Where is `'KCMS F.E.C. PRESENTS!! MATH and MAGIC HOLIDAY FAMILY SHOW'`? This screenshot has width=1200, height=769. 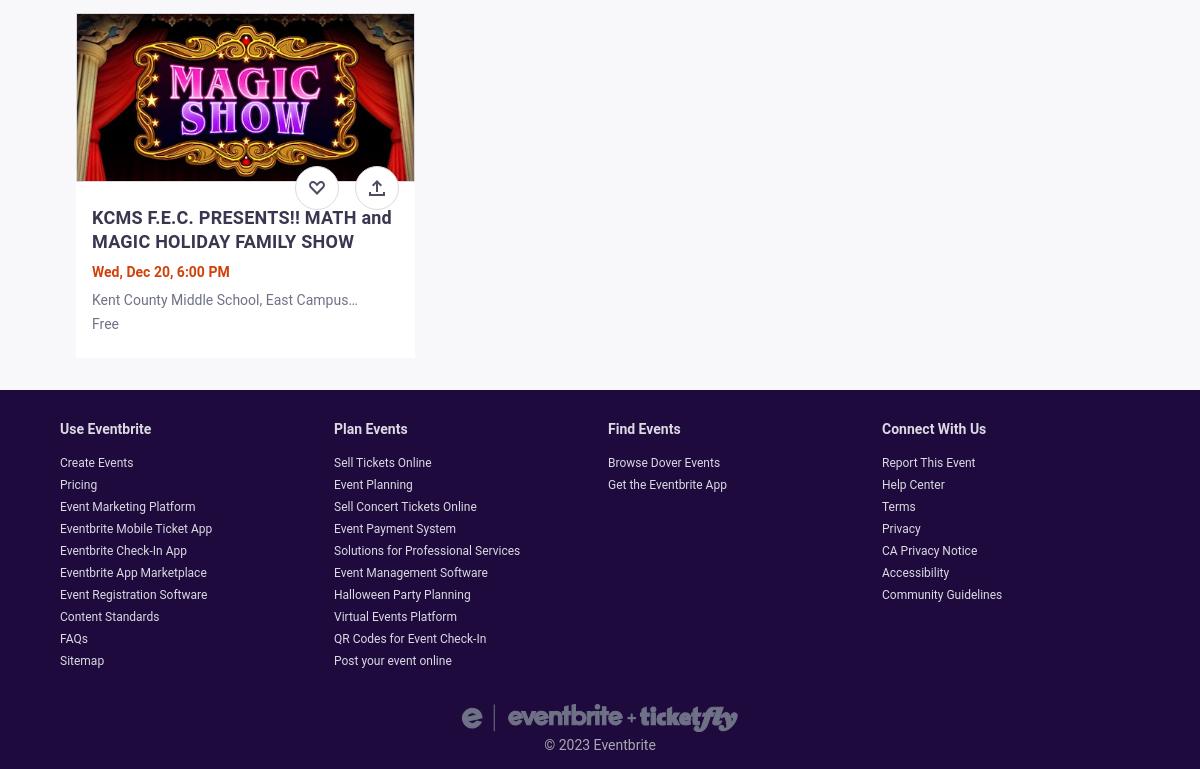
'KCMS F.E.C. PRESENTS!! MATH and MAGIC HOLIDAY FAMILY SHOW' is located at coordinates (241, 229).